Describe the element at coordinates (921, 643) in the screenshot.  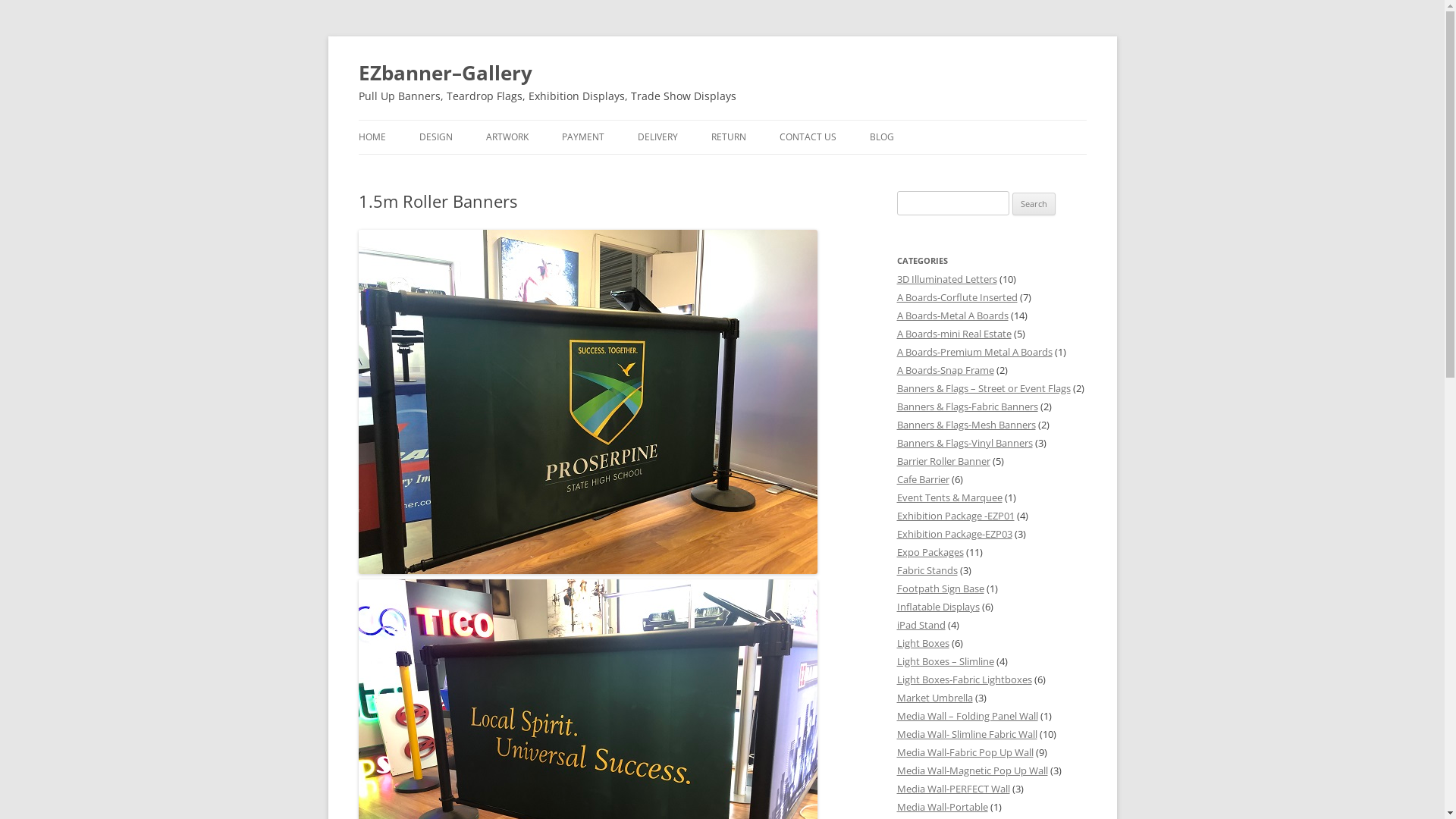
I see `'Light Boxes'` at that location.